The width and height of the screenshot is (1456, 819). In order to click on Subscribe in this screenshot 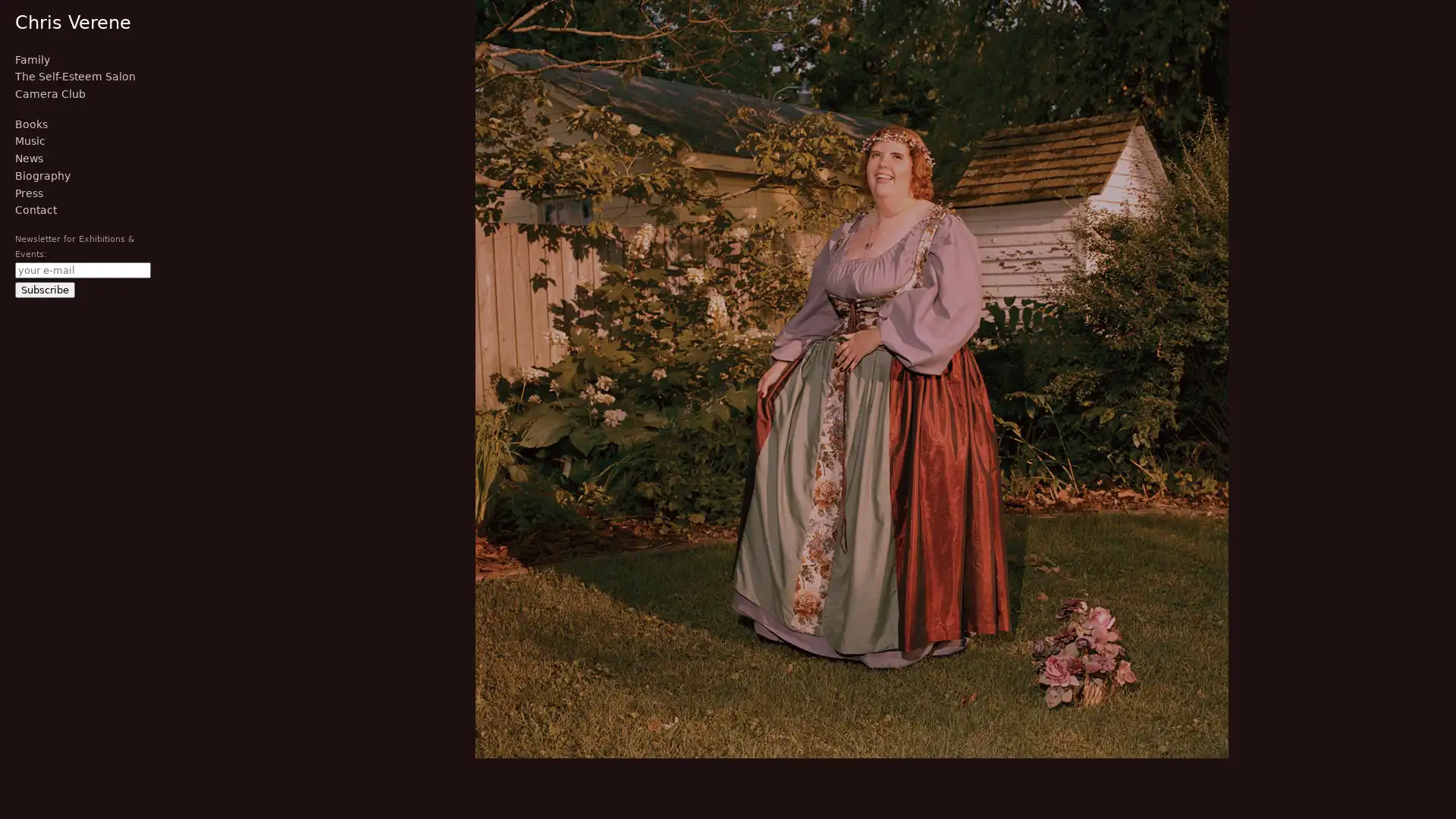, I will do `click(45, 289)`.